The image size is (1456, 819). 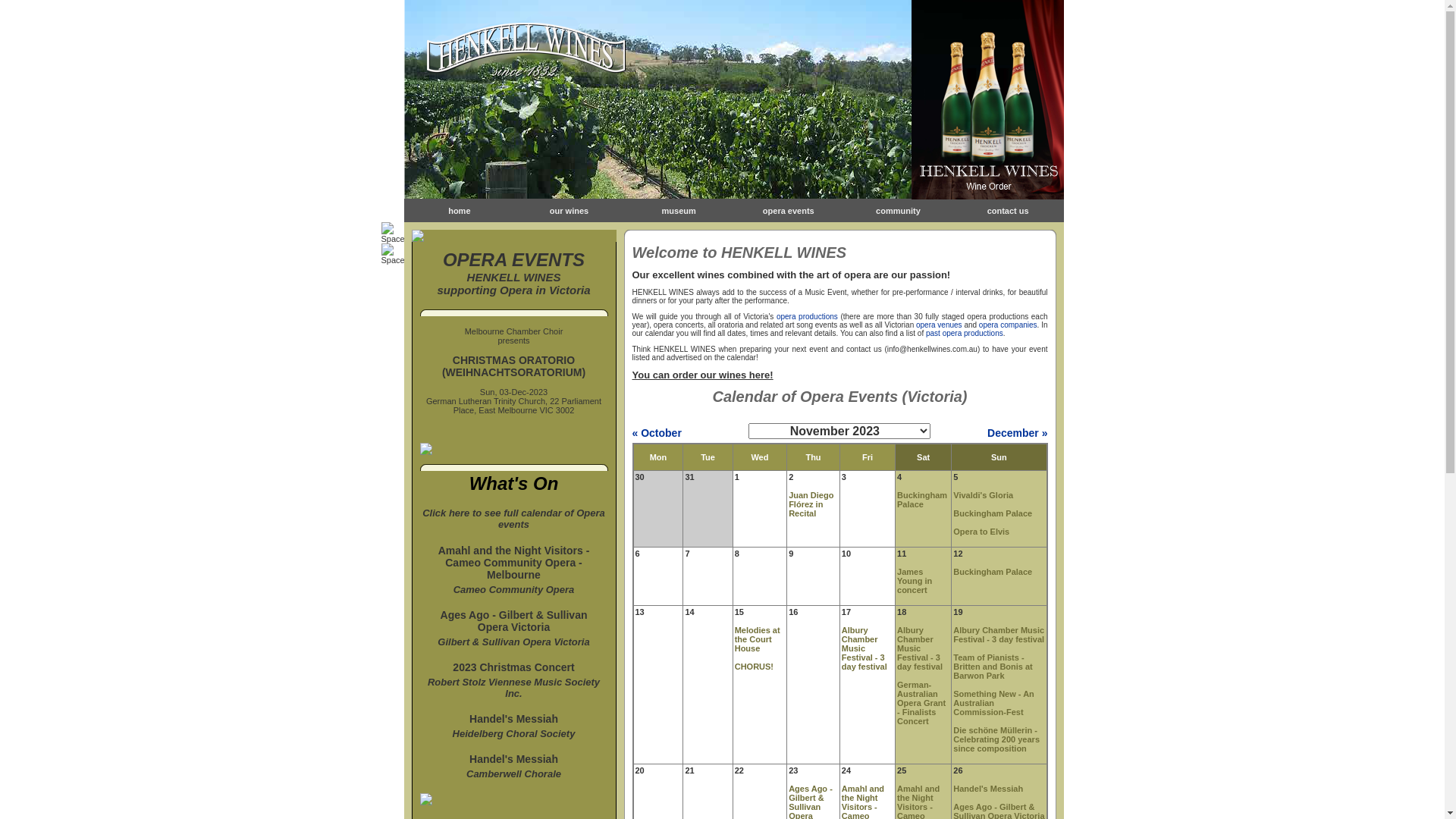 I want to click on 'Handel's Messiah', so click(x=513, y=718).